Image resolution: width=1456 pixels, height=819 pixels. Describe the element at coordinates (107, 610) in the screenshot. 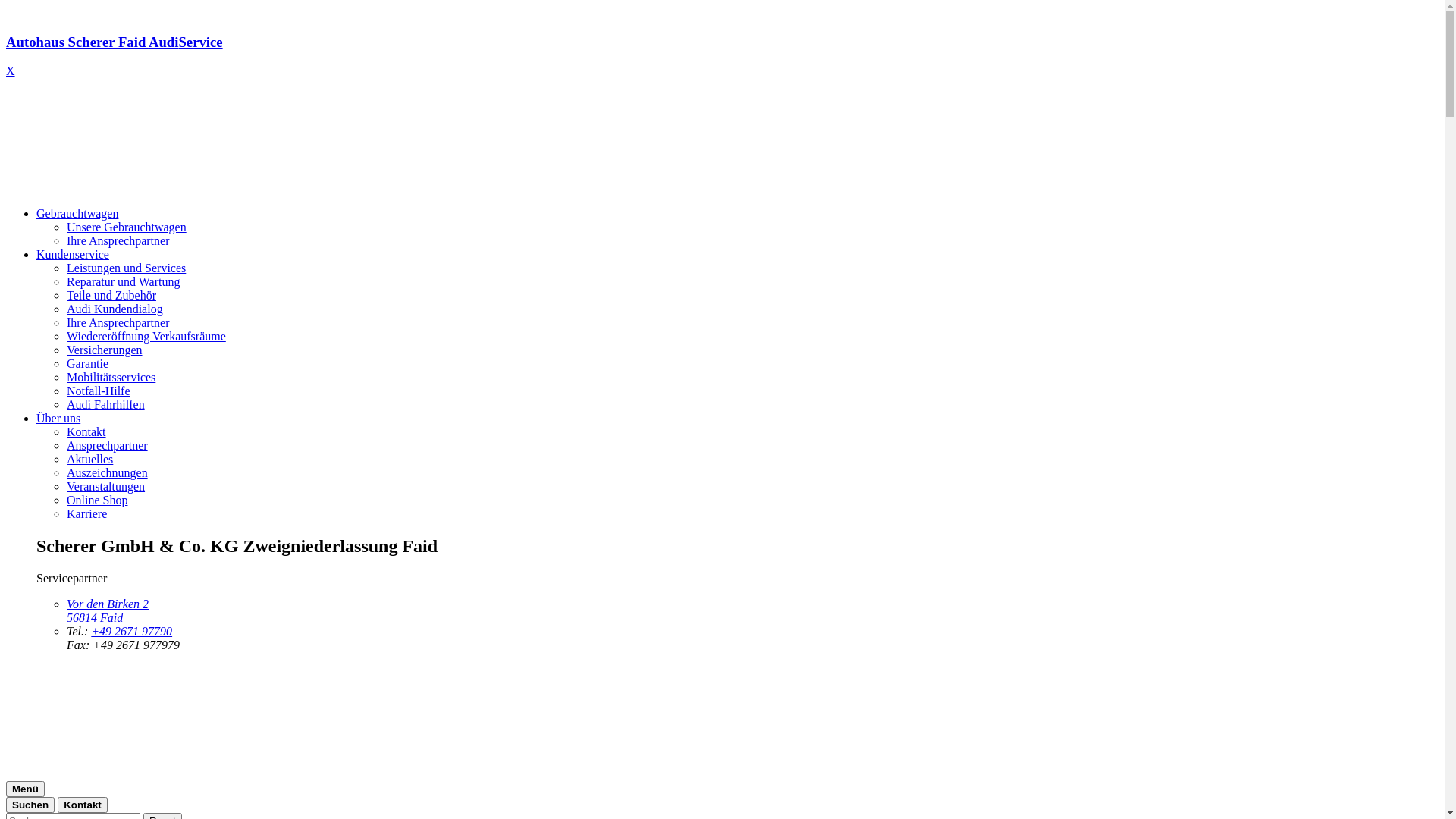

I see `'Vor den Birken 2` at that location.